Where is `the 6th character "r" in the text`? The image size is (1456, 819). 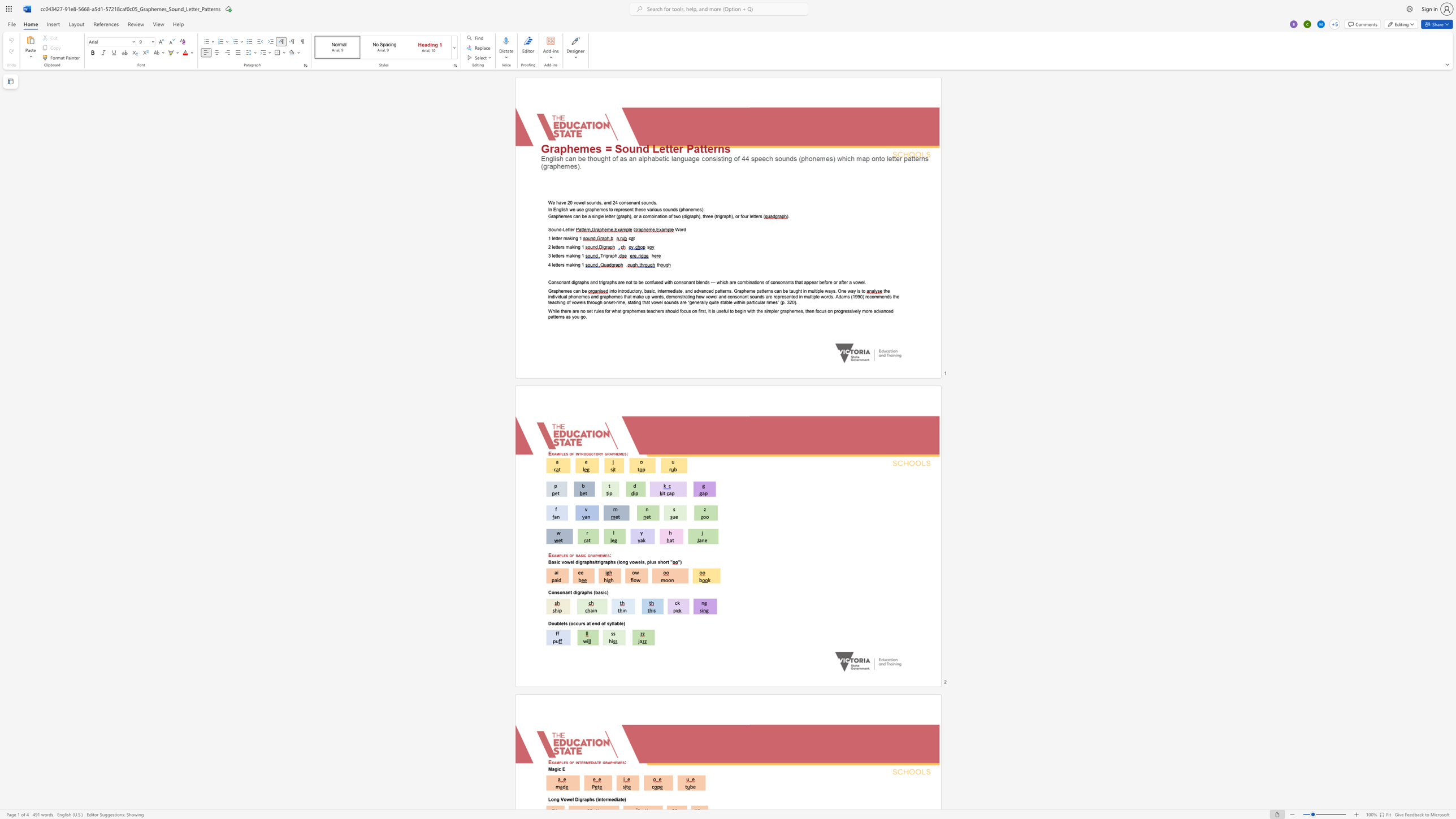 the 6th character "r" in the text is located at coordinates (817, 281).